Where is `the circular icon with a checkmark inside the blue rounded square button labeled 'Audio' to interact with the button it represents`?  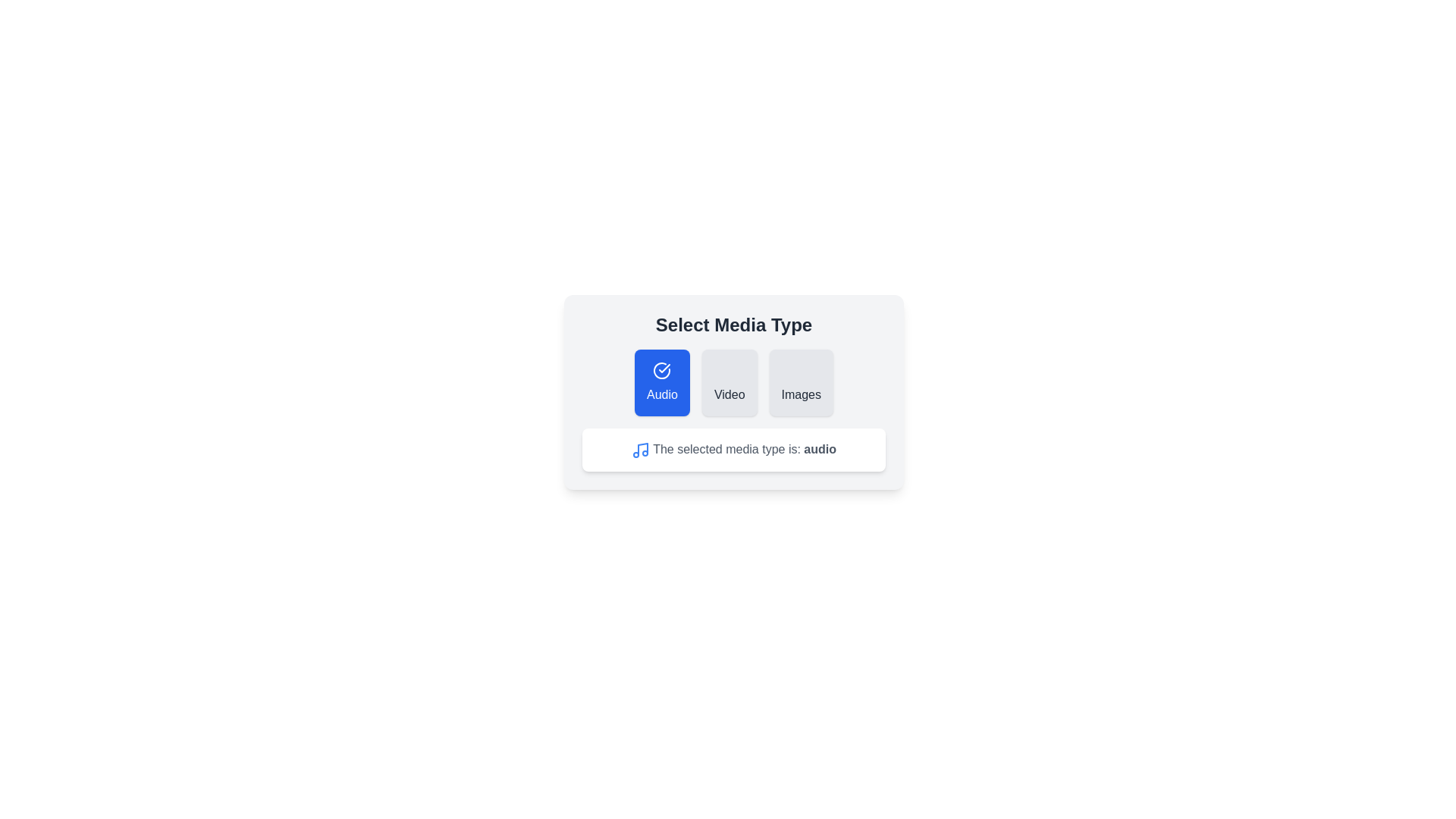 the circular icon with a checkmark inside the blue rounded square button labeled 'Audio' to interact with the button it represents is located at coordinates (662, 371).